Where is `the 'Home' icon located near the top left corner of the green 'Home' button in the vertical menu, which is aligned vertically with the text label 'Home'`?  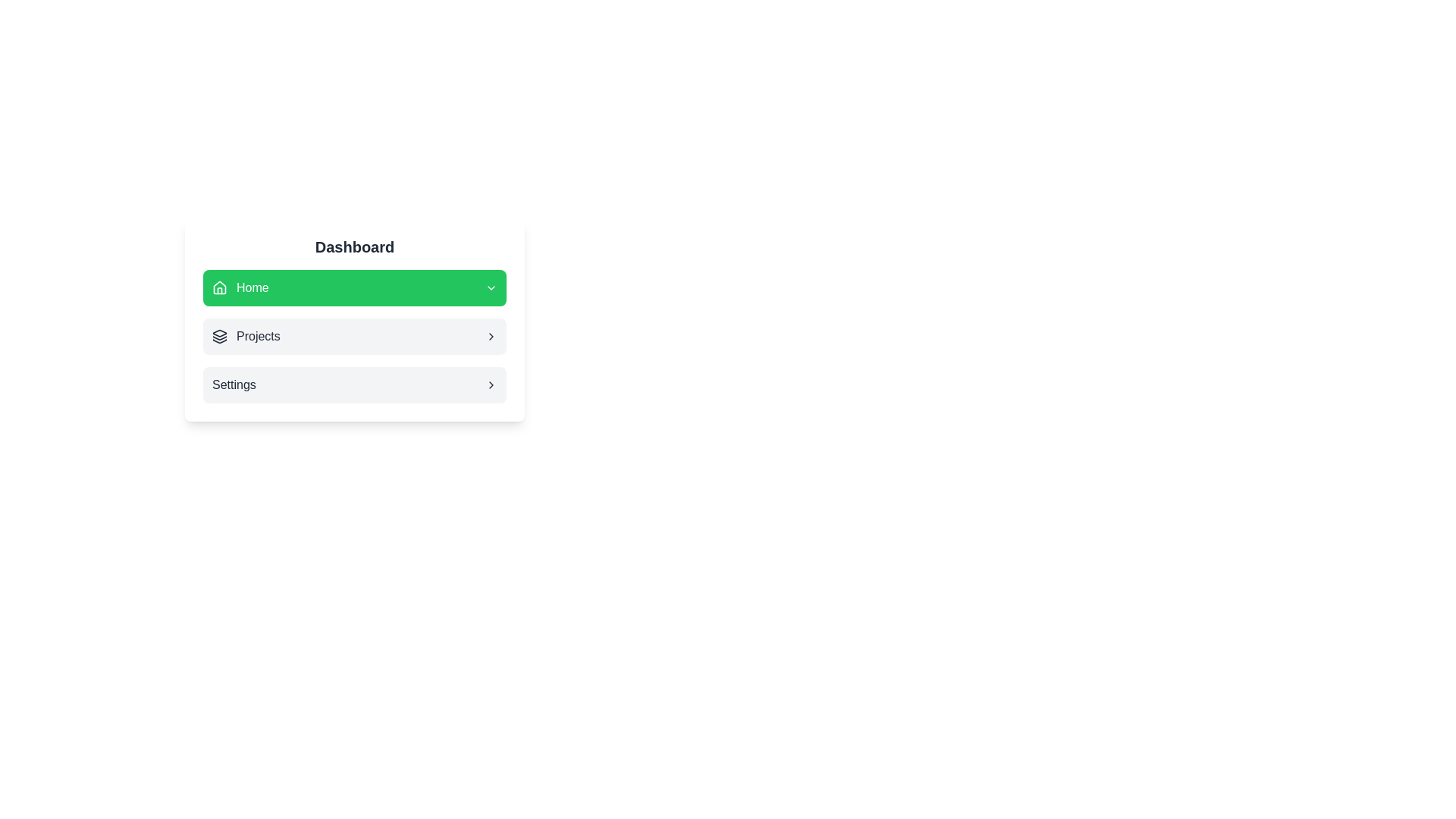 the 'Home' icon located near the top left corner of the green 'Home' button in the vertical menu, which is aligned vertically with the text label 'Home' is located at coordinates (218, 287).